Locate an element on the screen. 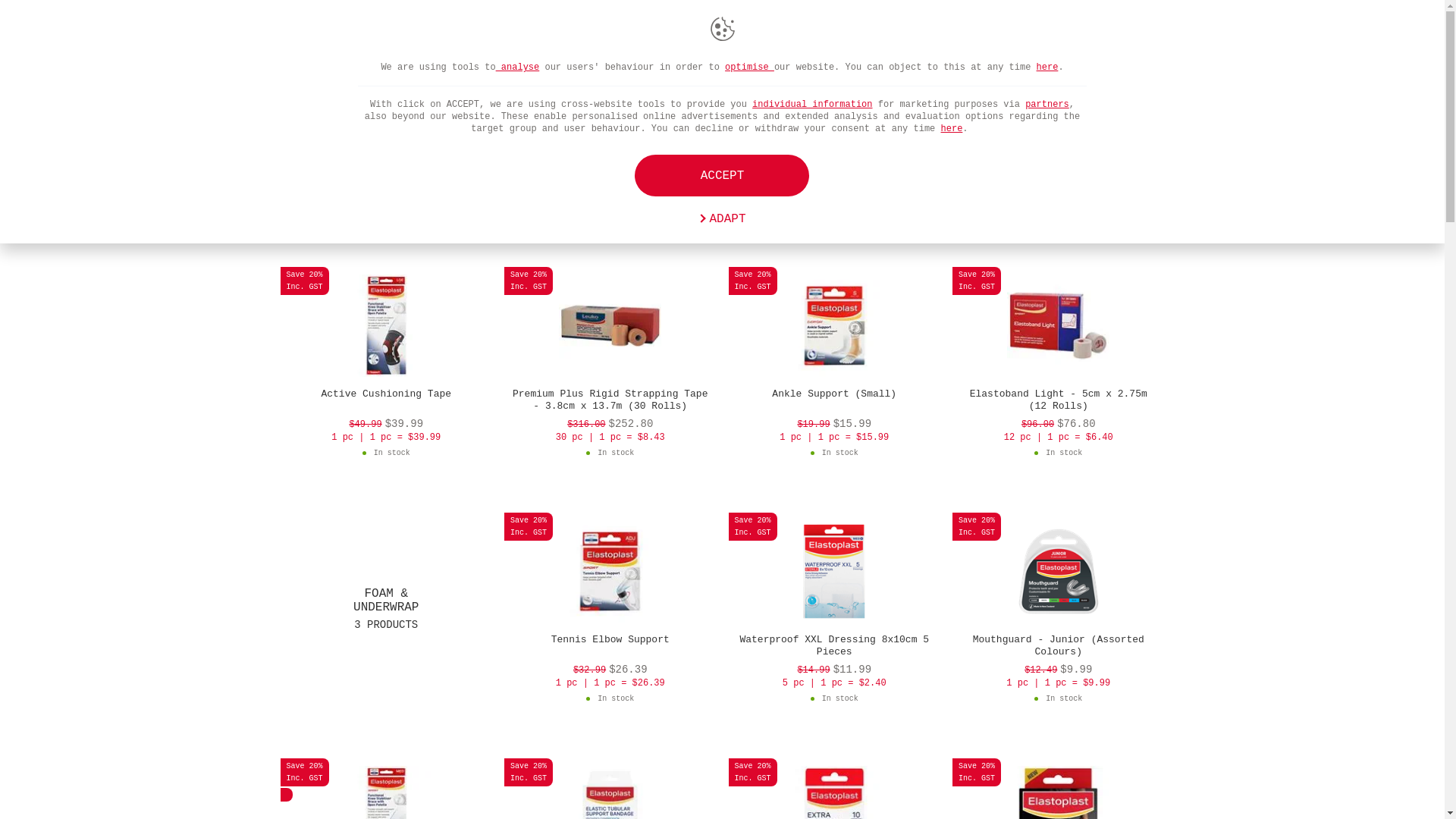 Image resolution: width=1456 pixels, height=819 pixels. 'here' is located at coordinates (1036, 66).